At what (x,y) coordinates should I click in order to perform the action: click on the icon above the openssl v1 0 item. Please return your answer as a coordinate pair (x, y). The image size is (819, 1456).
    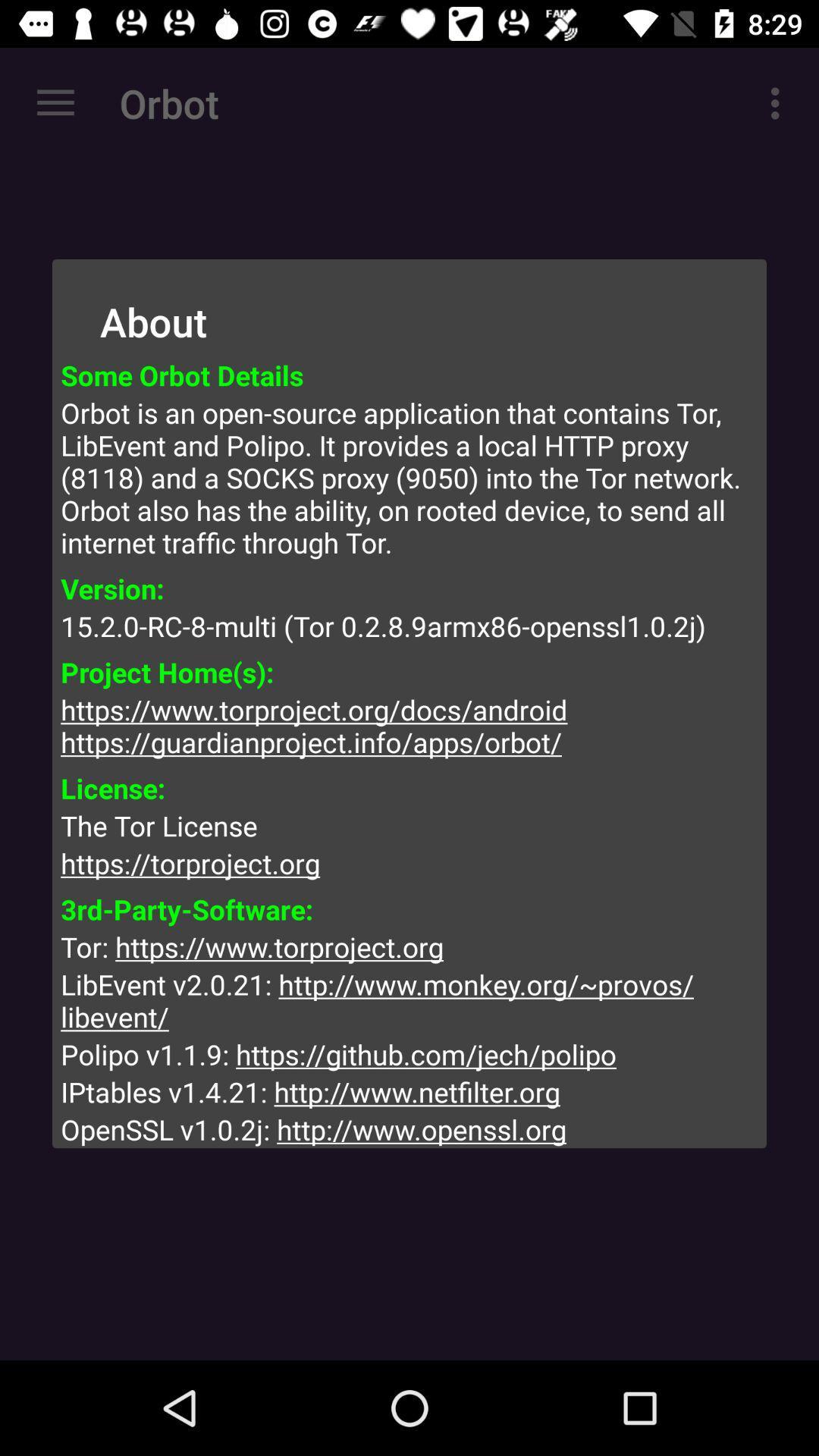
    Looking at the image, I should click on (409, 1092).